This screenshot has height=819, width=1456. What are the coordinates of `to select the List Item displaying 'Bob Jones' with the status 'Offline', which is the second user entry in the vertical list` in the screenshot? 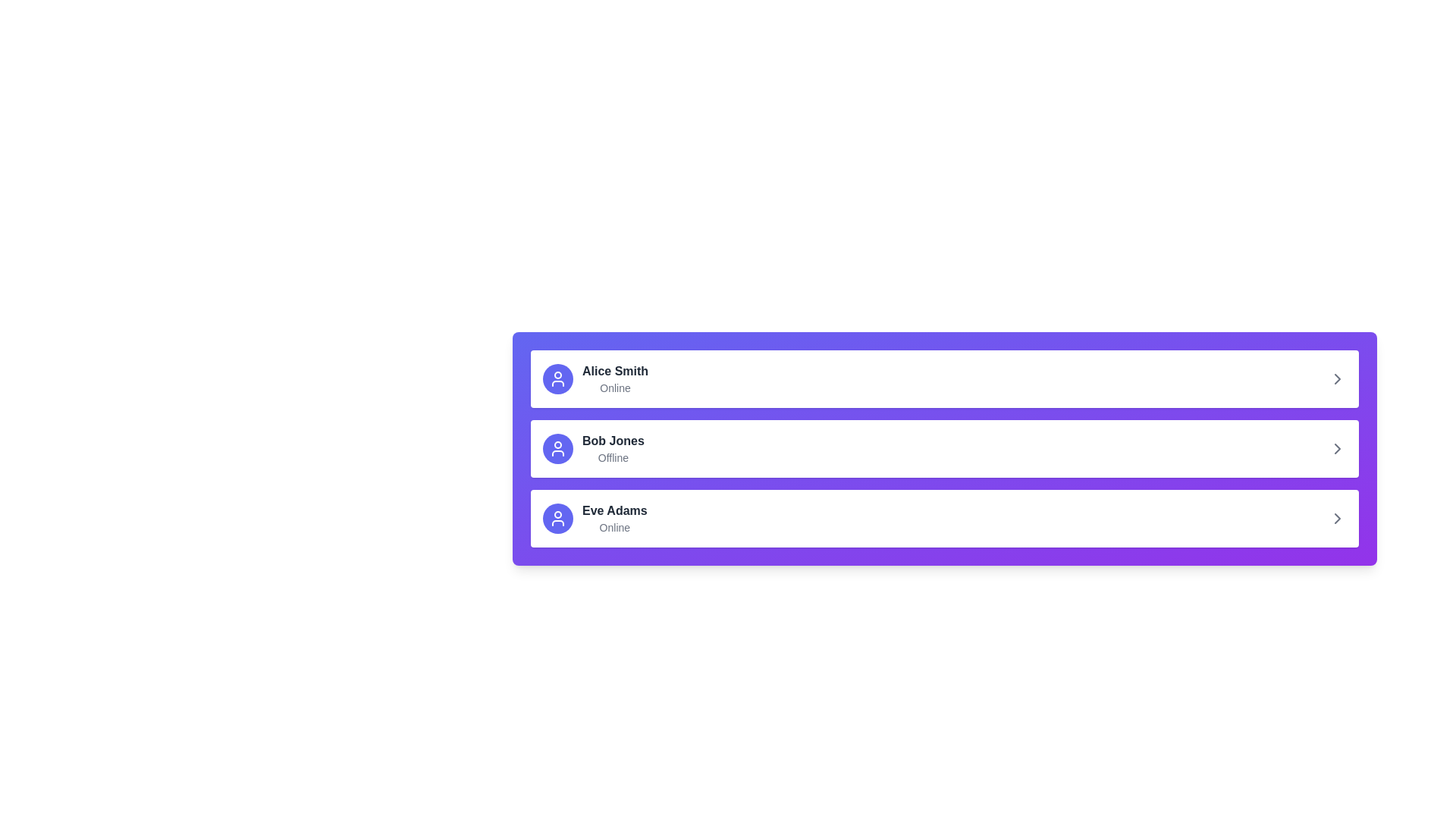 It's located at (592, 447).